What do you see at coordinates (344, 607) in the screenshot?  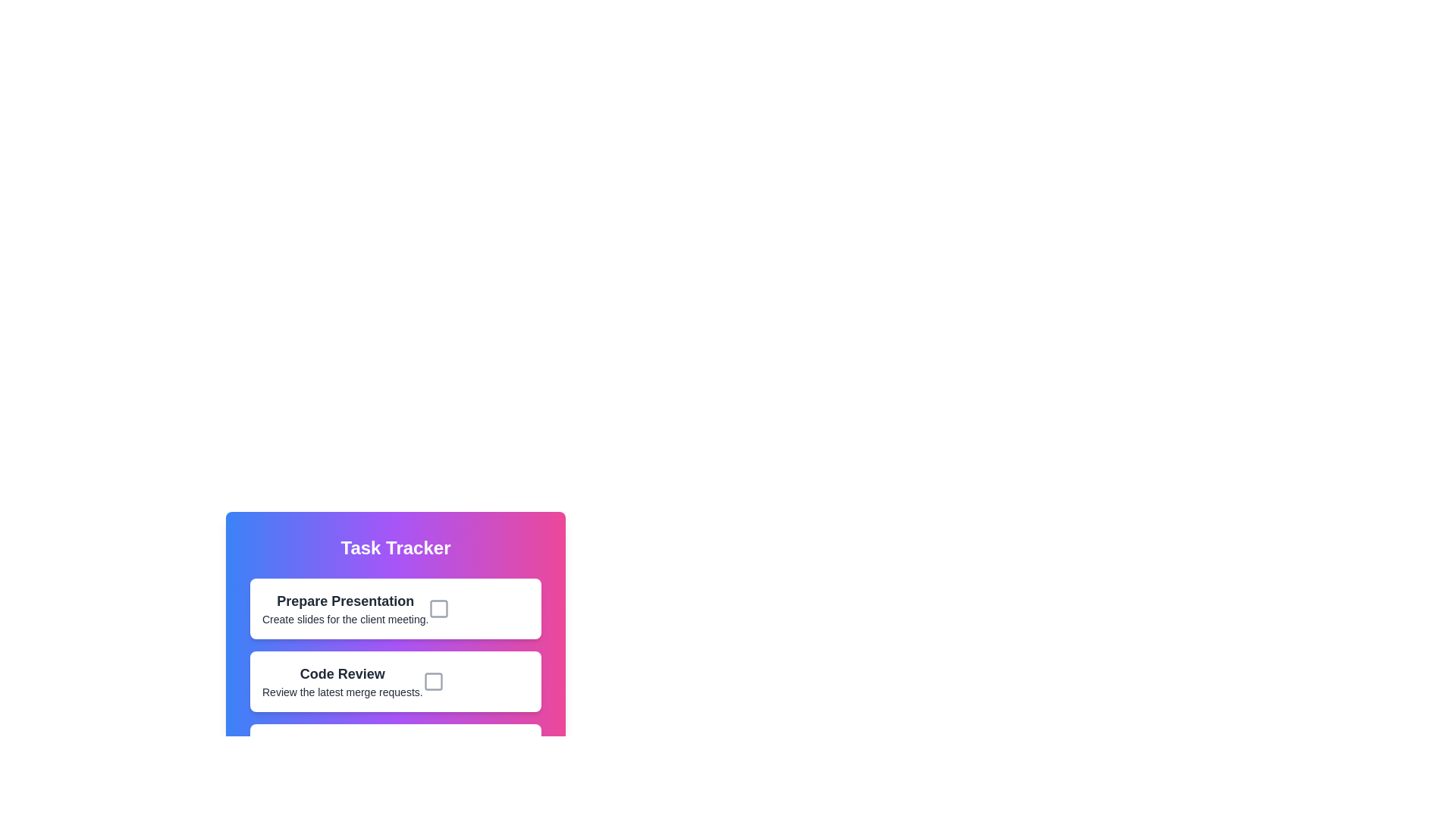 I see `the Task item block titled 'Prepare Presentation' which contains the description 'Create slides for the client meeting.'` at bounding box center [344, 607].